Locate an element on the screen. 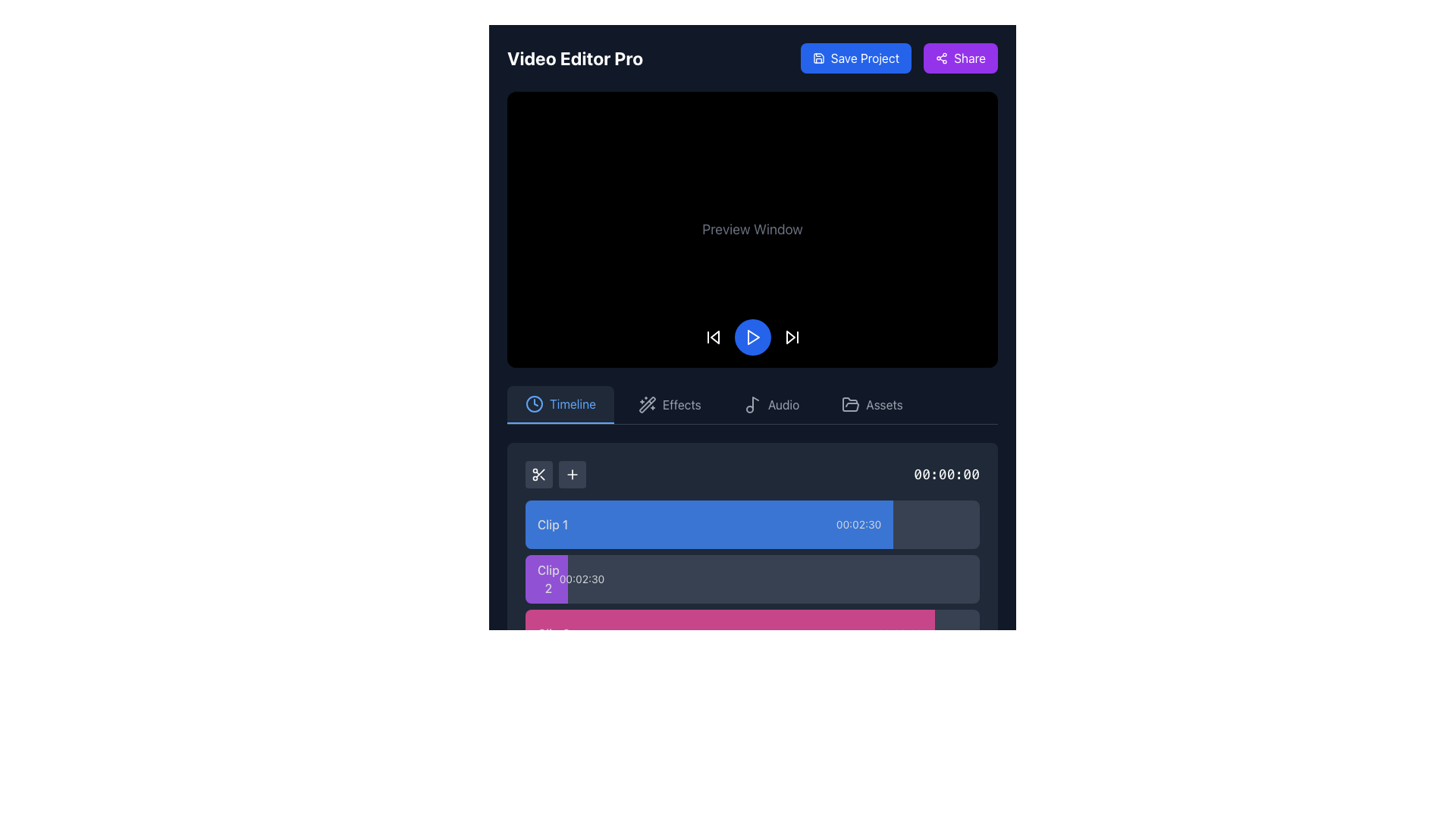 Image resolution: width=1456 pixels, height=819 pixels. the Timeline Clip labeled 'Clip 1' with a duration of '00:02:30' is located at coordinates (708, 523).